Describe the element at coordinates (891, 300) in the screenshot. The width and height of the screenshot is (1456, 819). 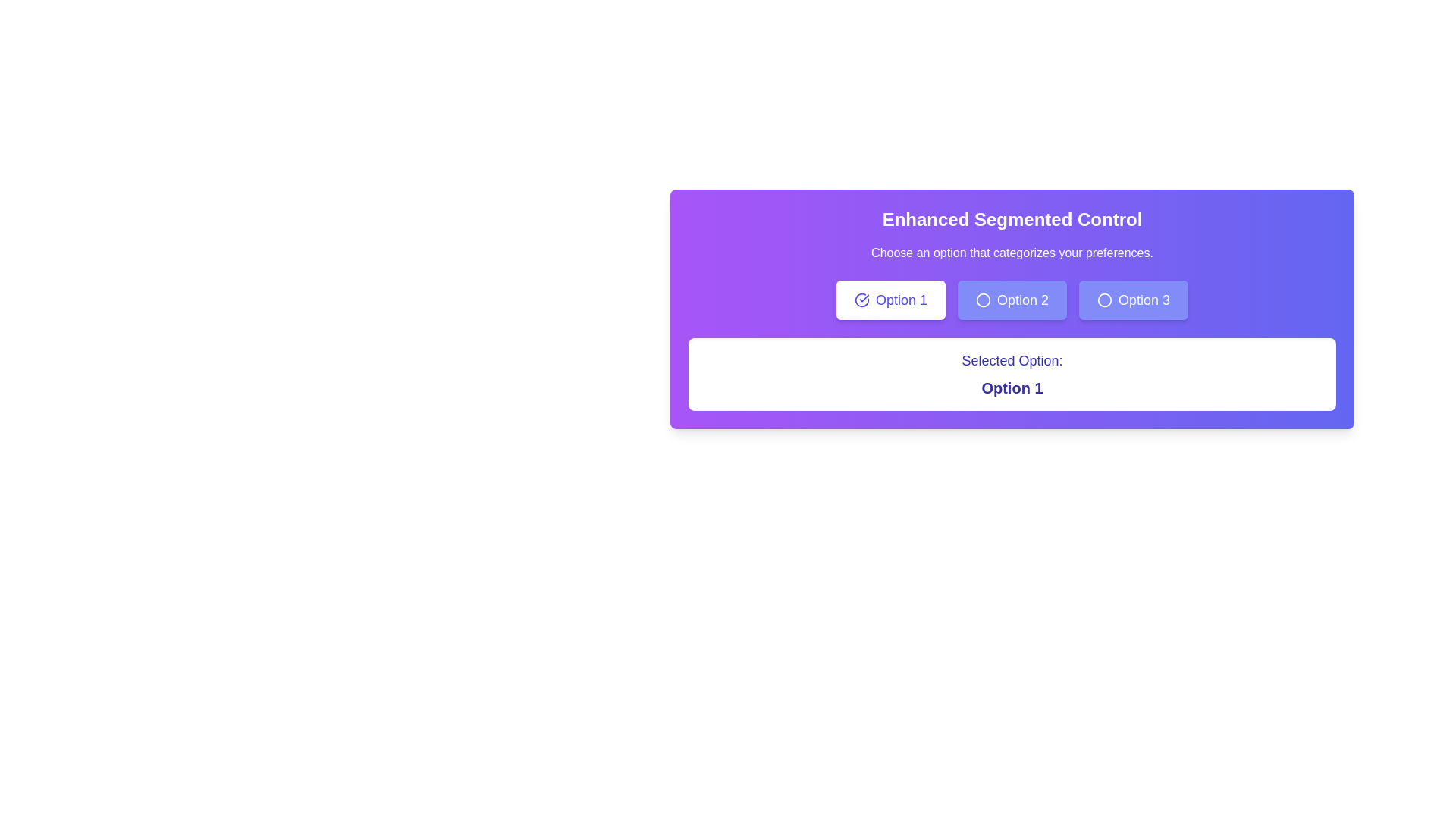
I see `the 'Option 1' button, which is a rectangular button with a light background and indigo text, located near the top-center of the purple section labeled 'Enhanced Segmented Control'` at that location.